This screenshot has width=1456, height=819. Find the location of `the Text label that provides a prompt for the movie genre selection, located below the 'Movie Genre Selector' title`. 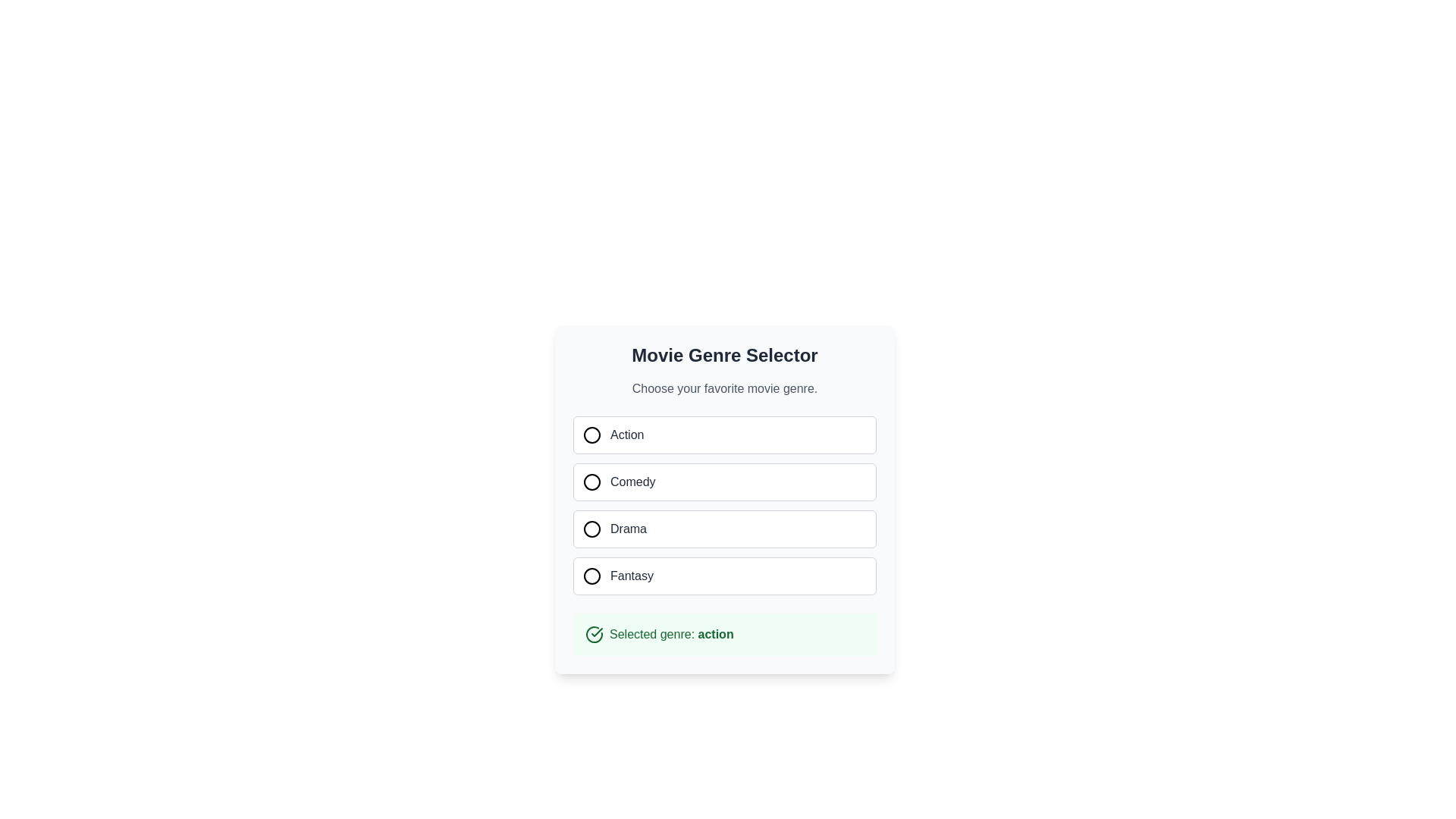

the Text label that provides a prompt for the movie genre selection, located below the 'Movie Genre Selector' title is located at coordinates (723, 388).